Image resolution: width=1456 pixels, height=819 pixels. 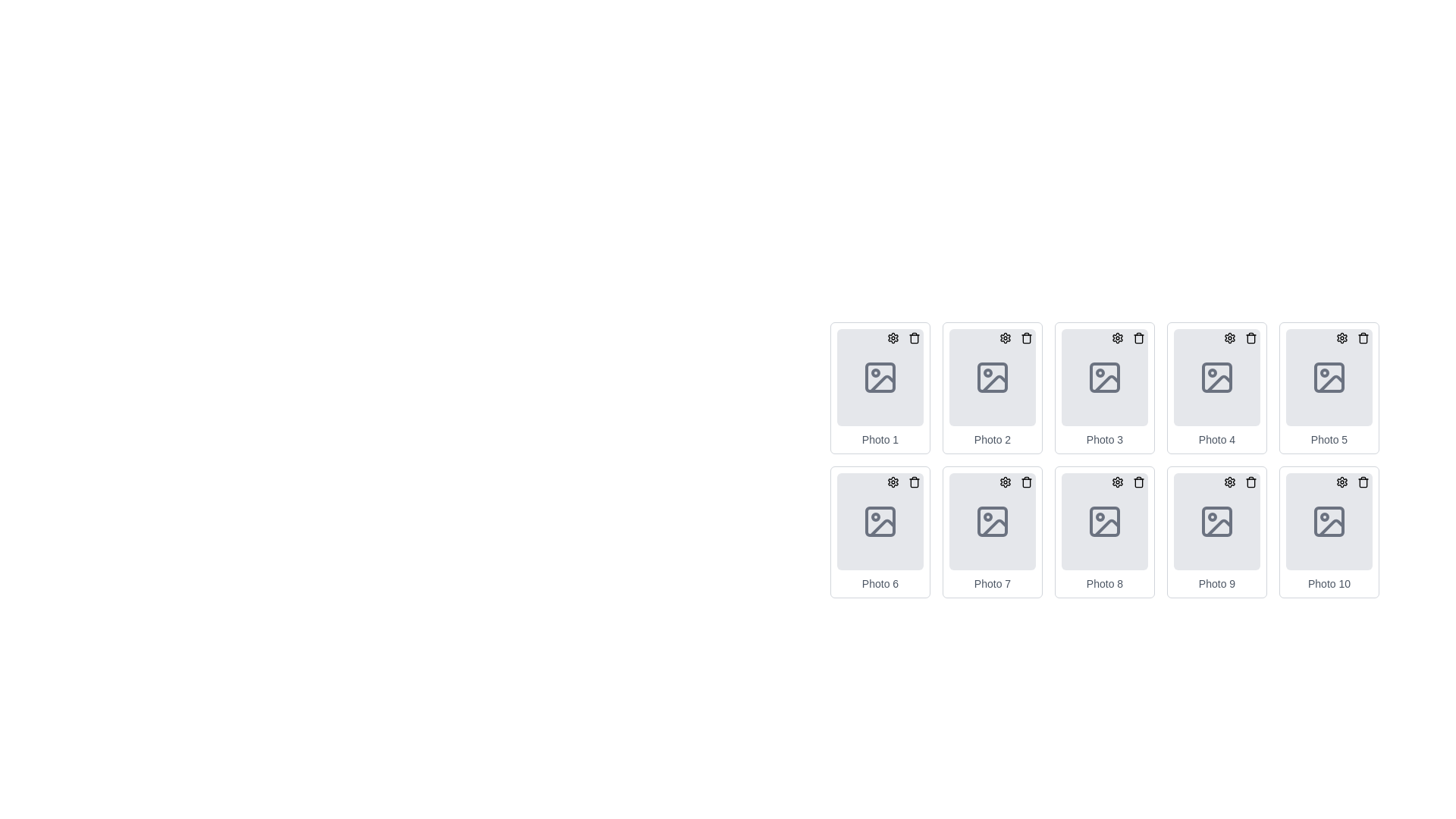 What do you see at coordinates (913, 482) in the screenshot?
I see `the delete button located in the top-right corner of the 'Photo 6' card` at bounding box center [913, 482].